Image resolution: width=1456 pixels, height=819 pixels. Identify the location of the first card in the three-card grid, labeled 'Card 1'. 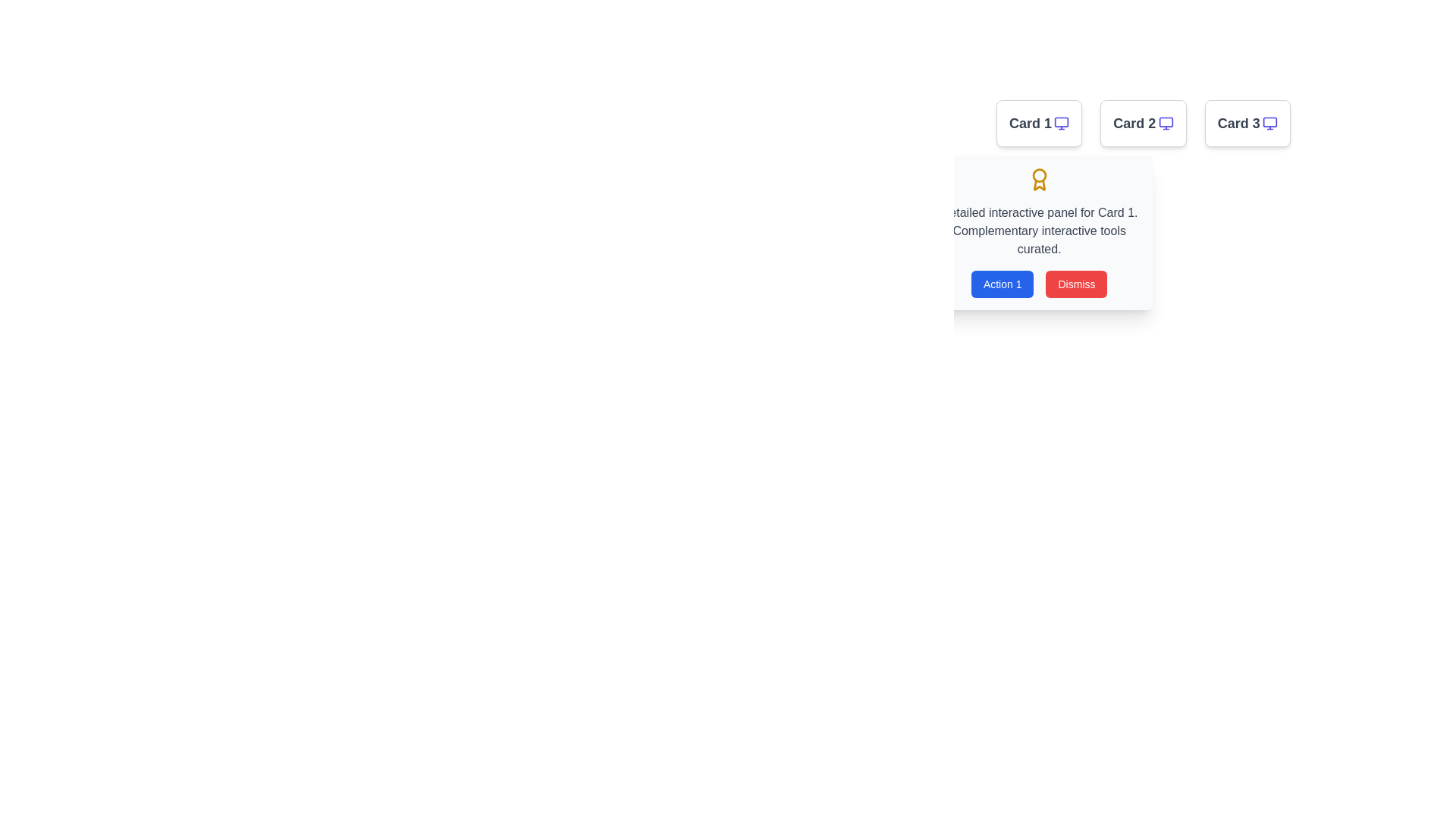
(1038, 122).